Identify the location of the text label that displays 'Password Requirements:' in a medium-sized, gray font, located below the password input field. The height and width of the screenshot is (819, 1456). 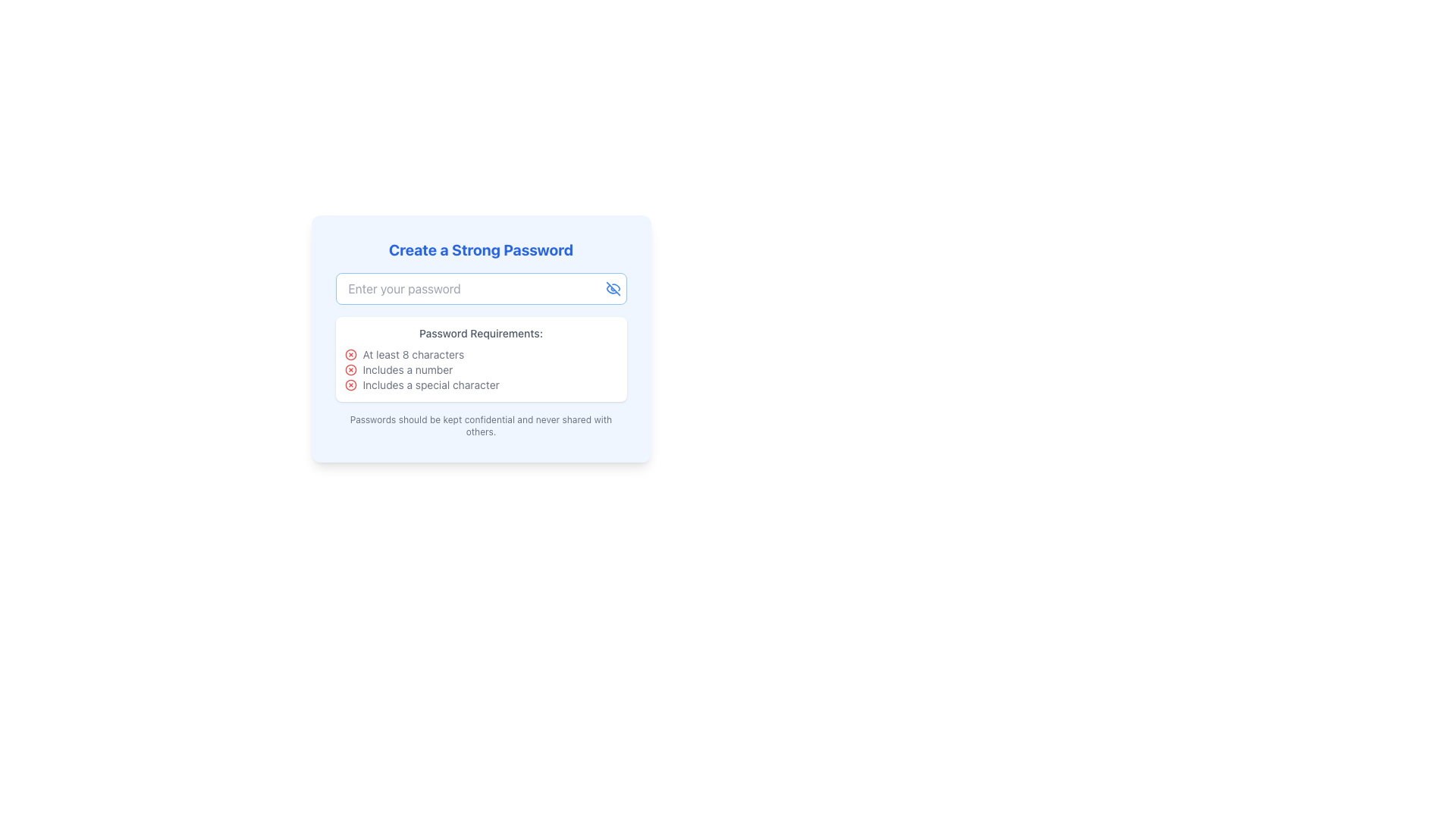
(480, 332).